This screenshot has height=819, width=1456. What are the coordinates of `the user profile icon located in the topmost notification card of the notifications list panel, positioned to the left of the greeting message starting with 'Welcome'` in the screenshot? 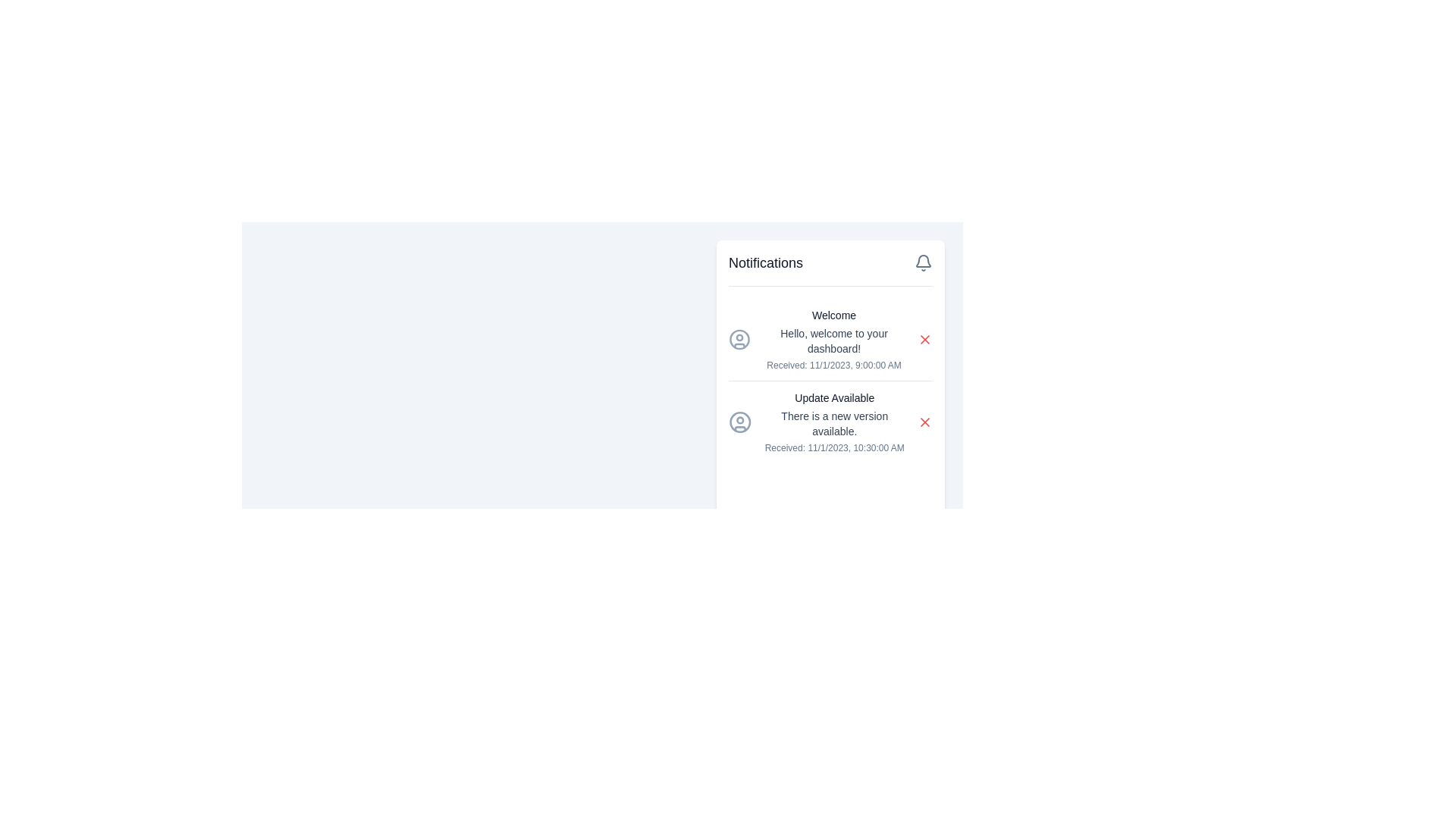 It's located at (739, 338).